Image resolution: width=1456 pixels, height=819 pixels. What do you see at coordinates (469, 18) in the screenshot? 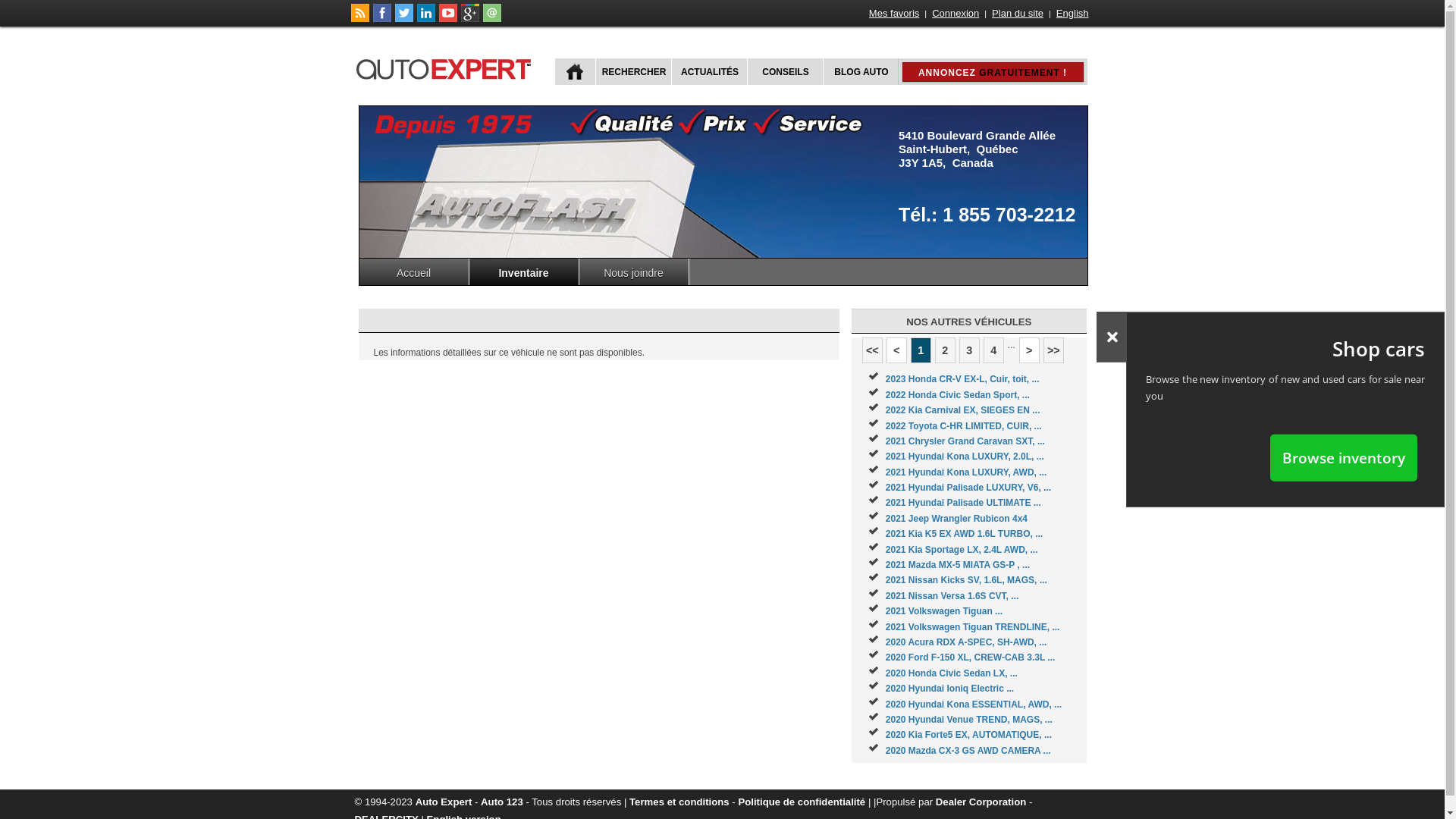
I see `'Suivez autoExpert.ca sur Google Plus'` at bounding box center [469, 18].